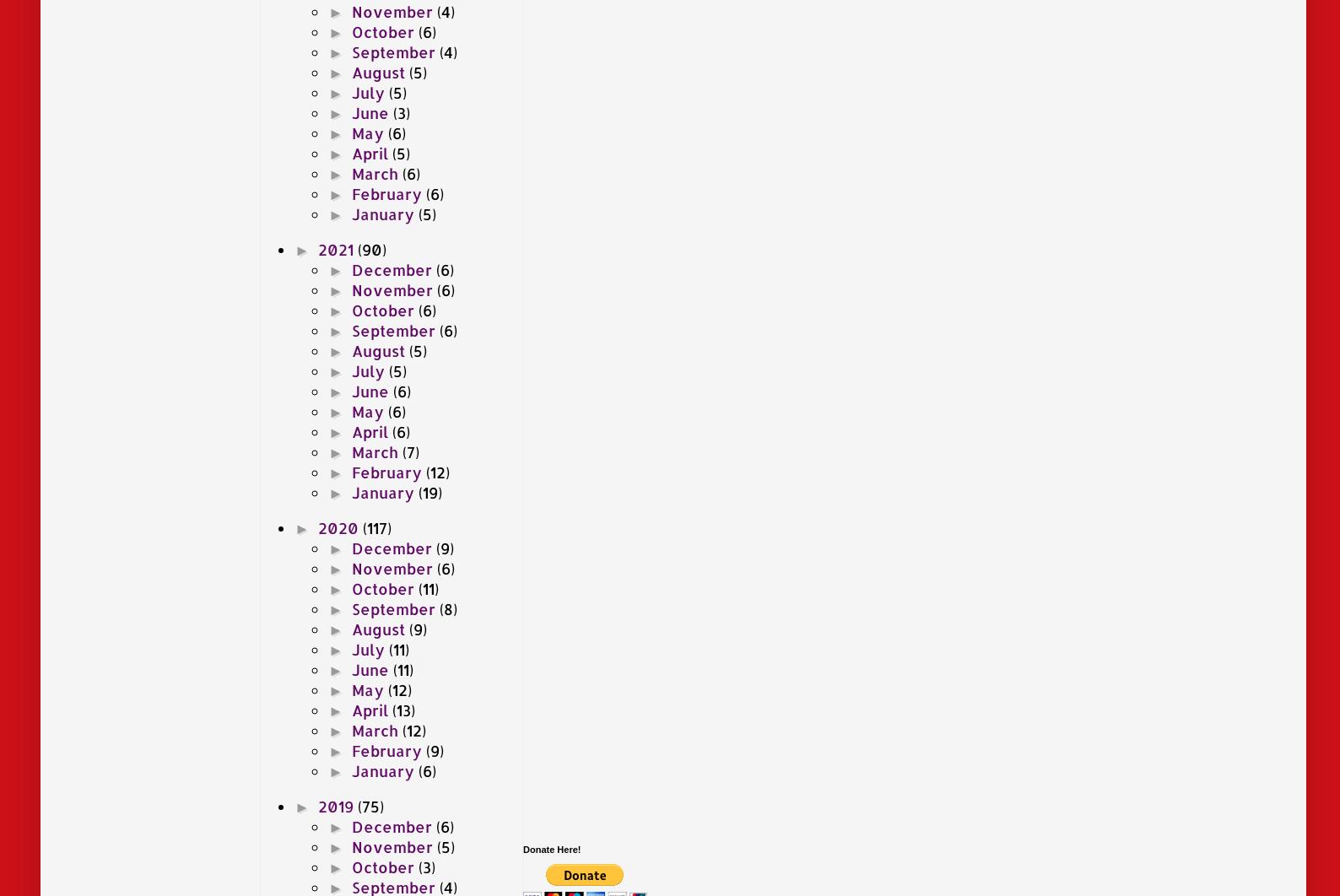  Describe the element at coordinates (551, 848) in the screenshot. I see `'Donate Here!'` at that location.